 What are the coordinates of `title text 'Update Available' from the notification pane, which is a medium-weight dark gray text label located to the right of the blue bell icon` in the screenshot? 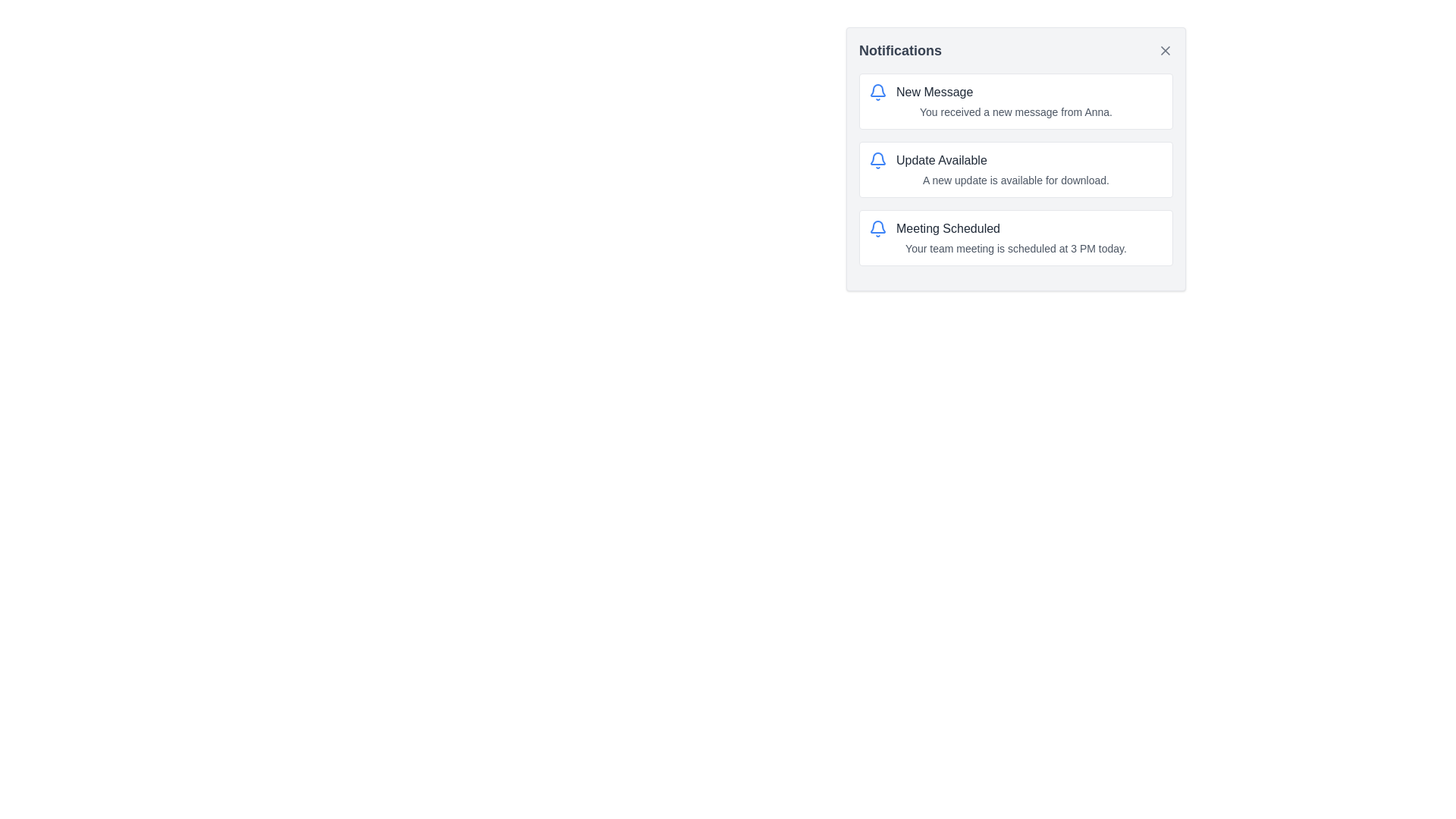 It's located at (940, 161).